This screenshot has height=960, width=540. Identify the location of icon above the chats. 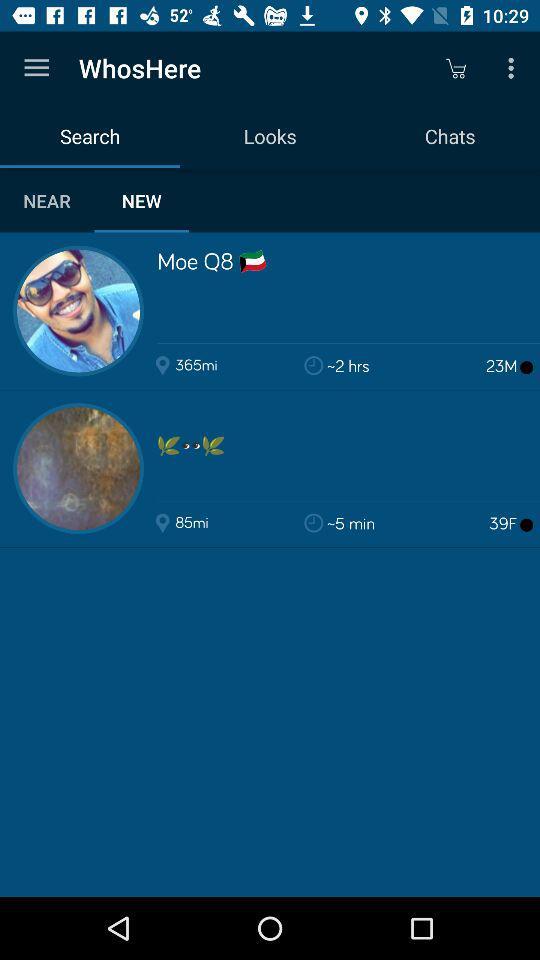
(513, 68).